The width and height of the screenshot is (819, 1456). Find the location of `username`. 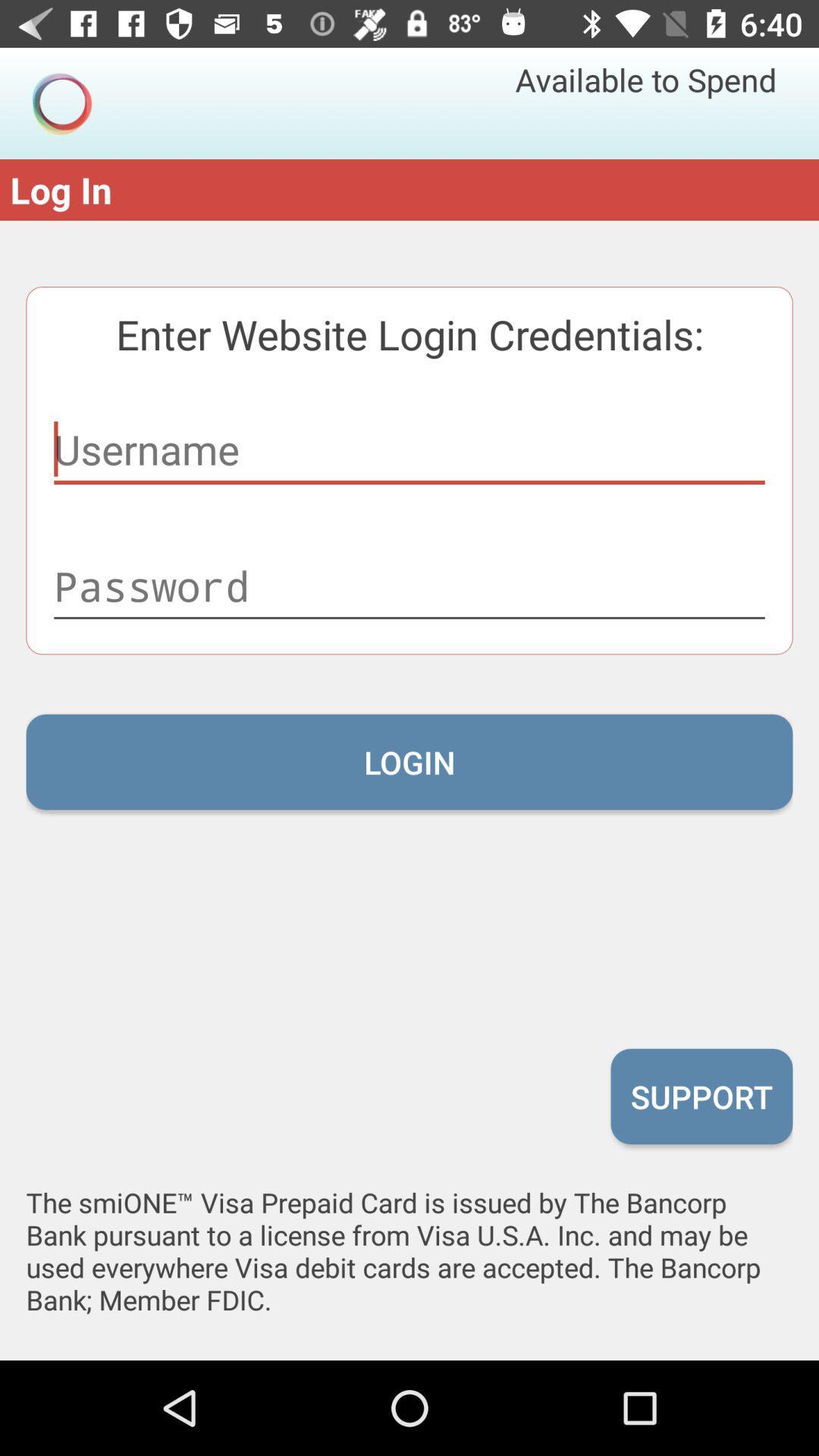

username is located at coordinates (409, 449).